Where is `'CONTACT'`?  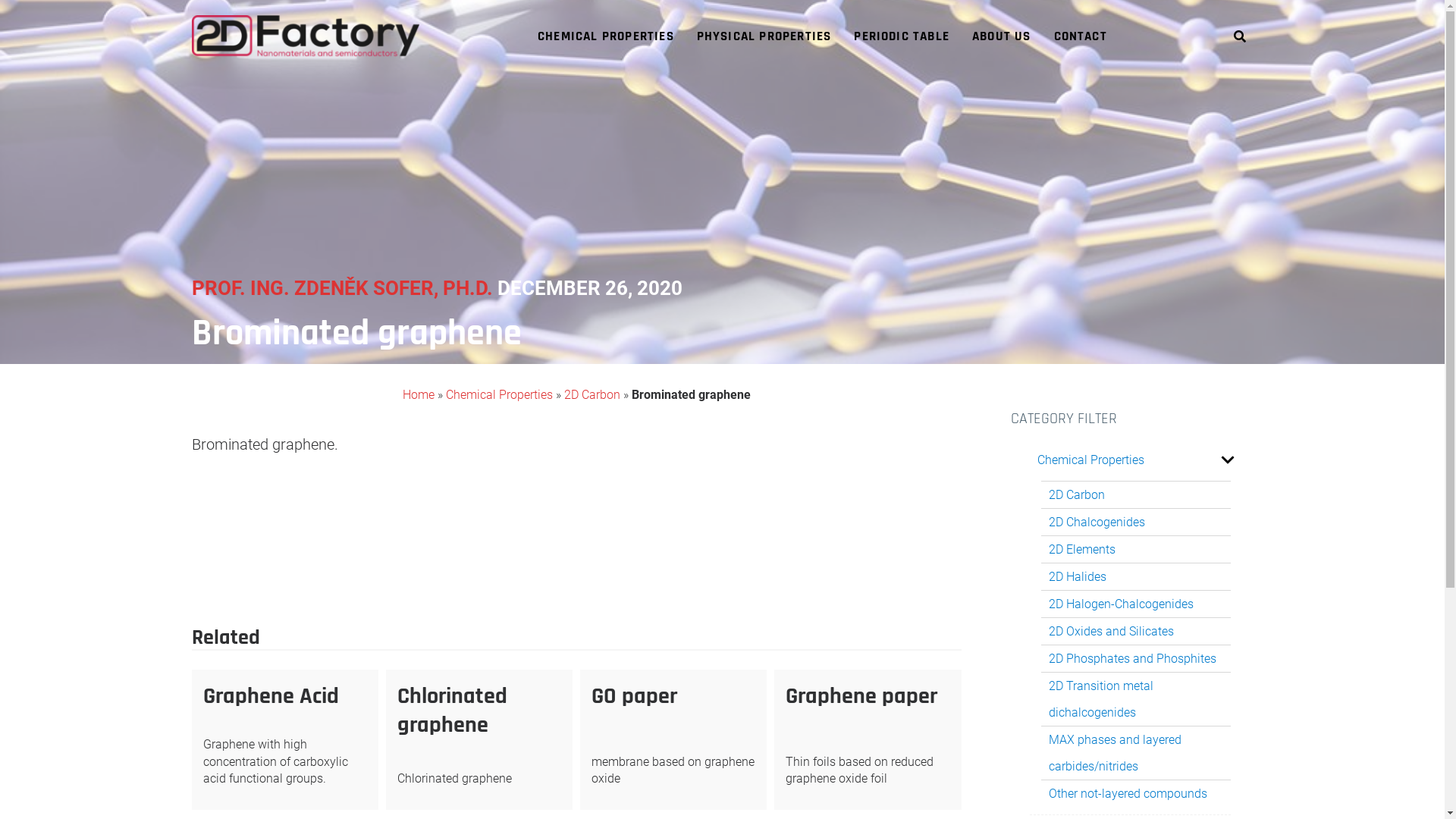
'CONTACT' is located at coordinates (1080, 36).